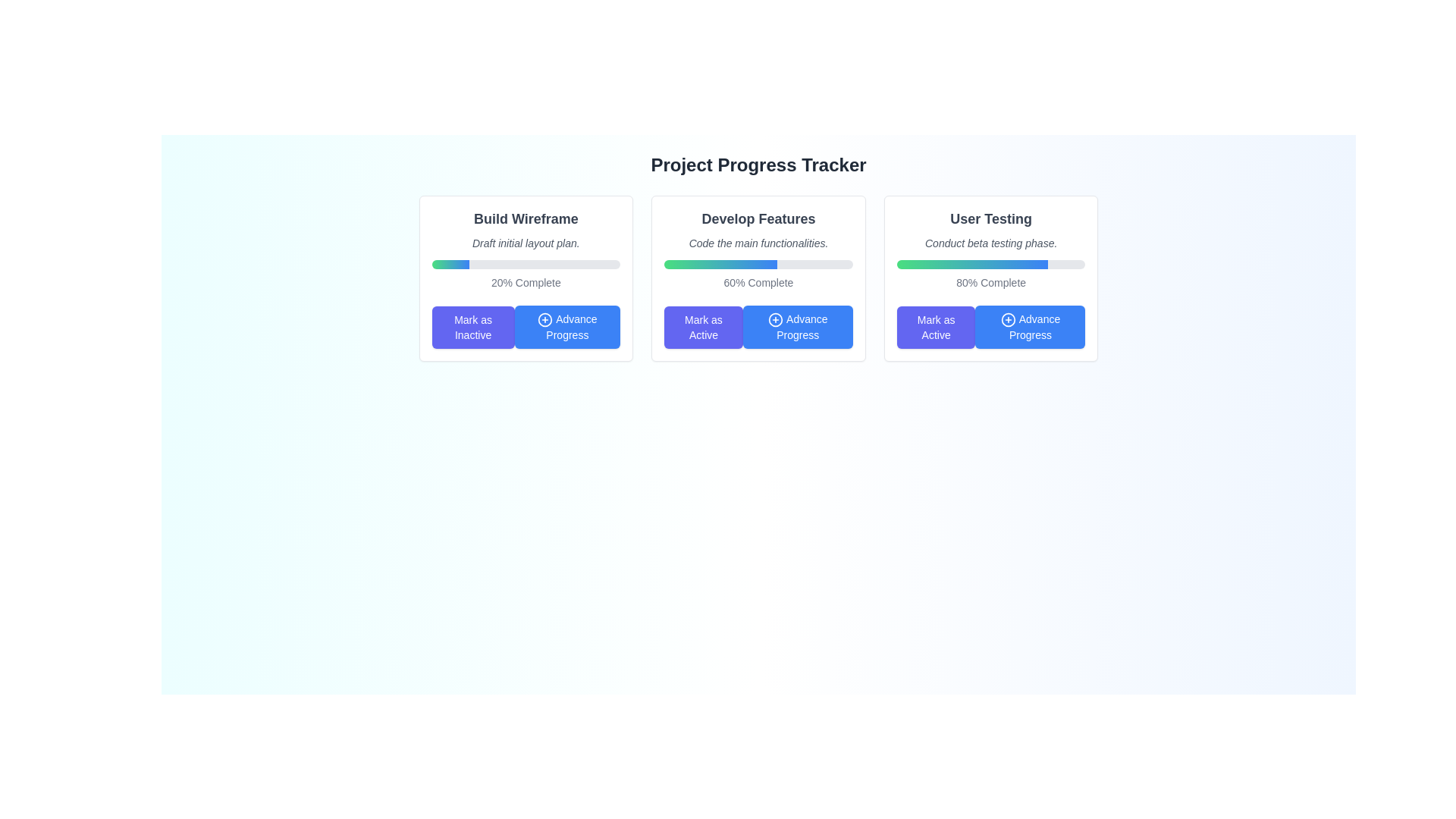  What do you see at coordinates (545, 319) in the screenshot?
I see `the visual representation of the icon located inside the 'Advance Progress' button in the bottom-right corner of the 'Build Wireframe' card` at bounding box center [545, 319].